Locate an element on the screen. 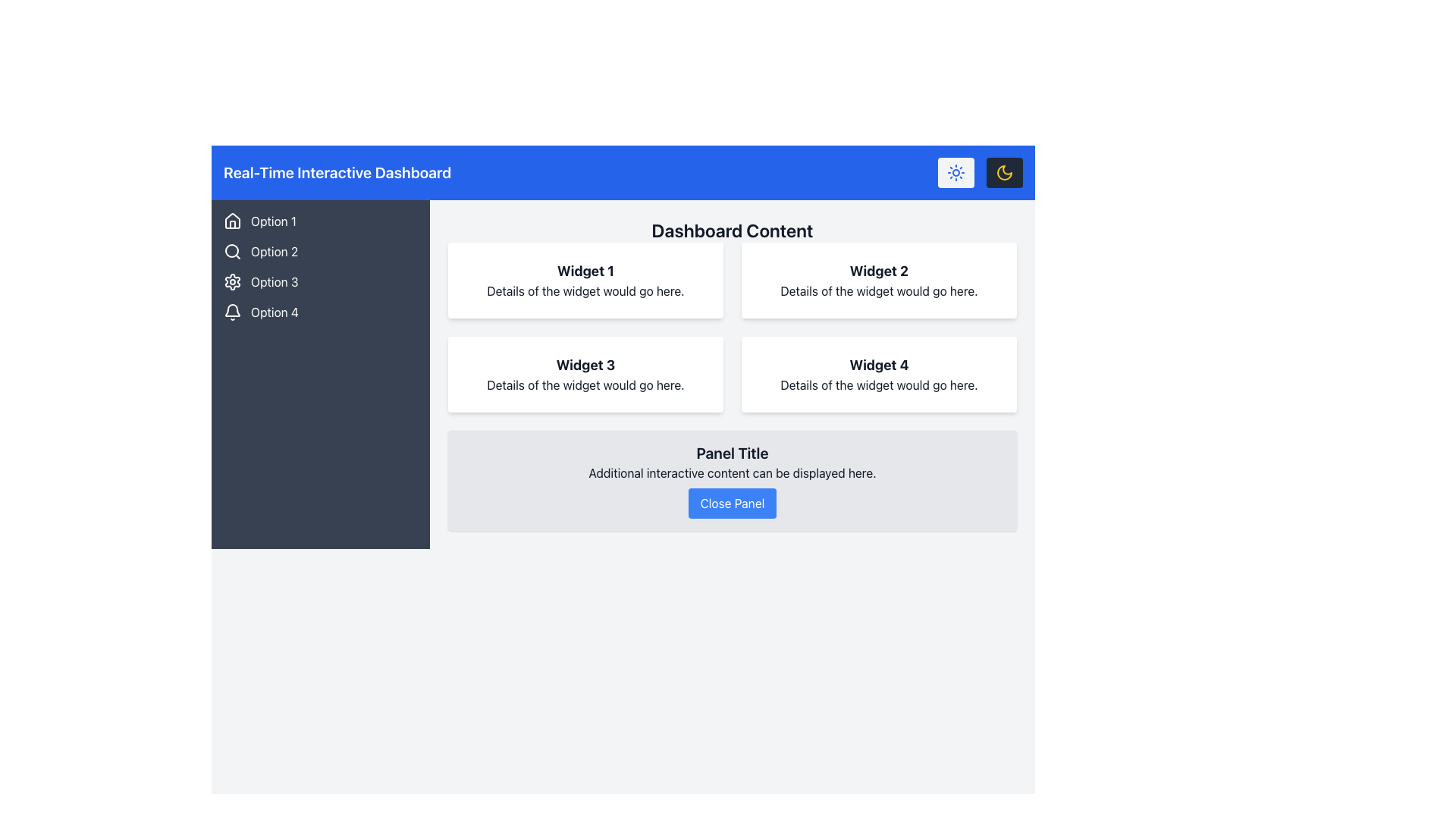  the 'Close Panel' button located at the bottom of the interactive panel with a light gray background and rounded corners is located at coordinates (732, 480).